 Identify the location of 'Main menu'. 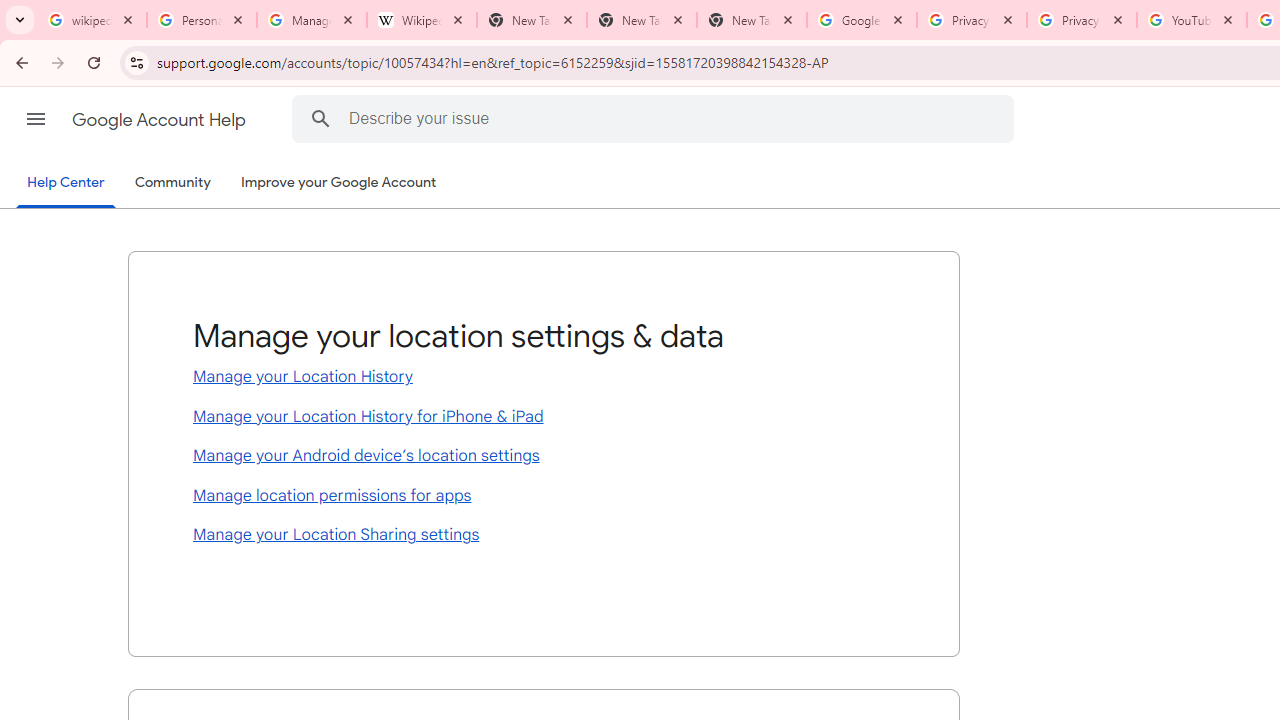
(35, 119).